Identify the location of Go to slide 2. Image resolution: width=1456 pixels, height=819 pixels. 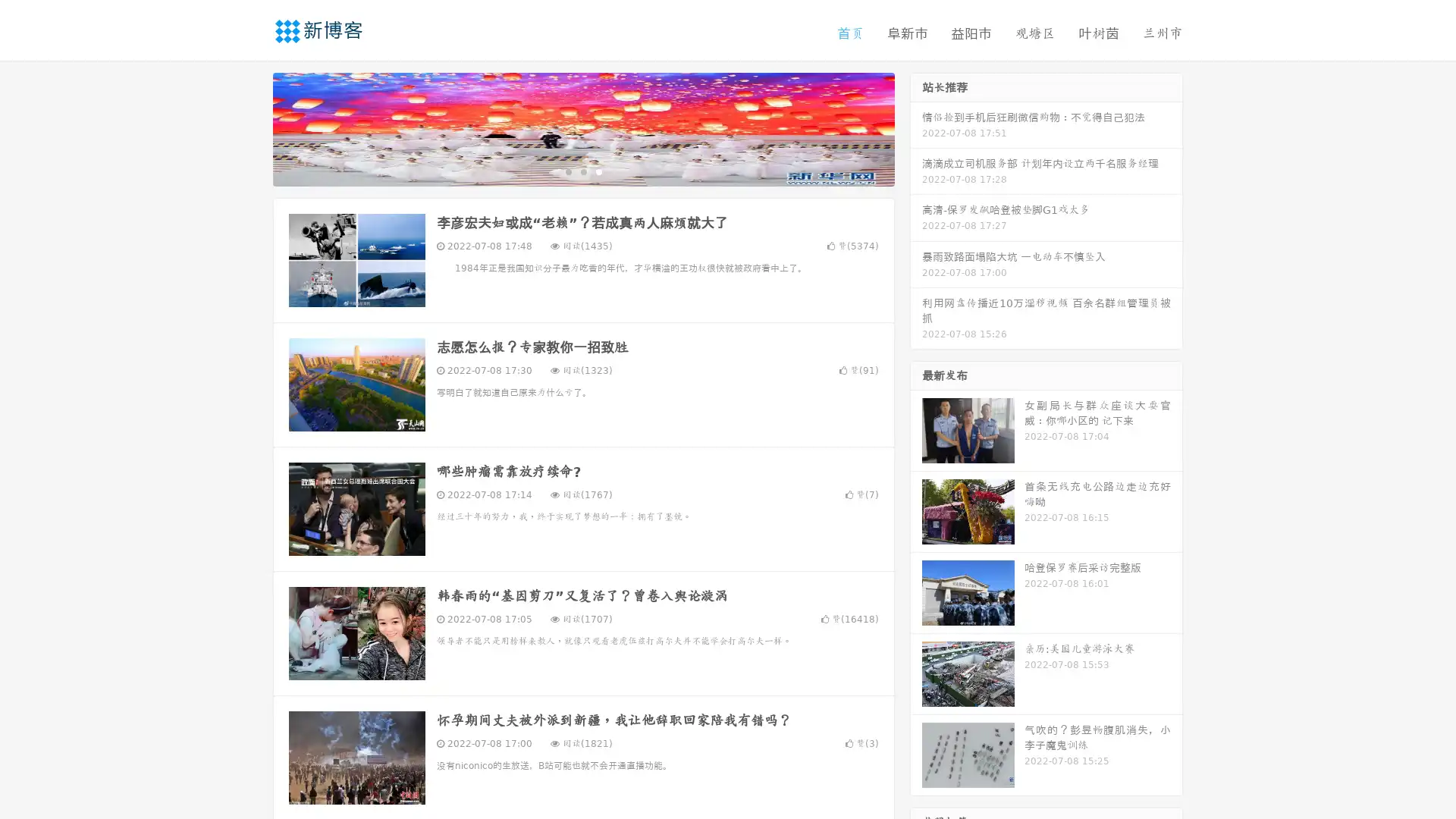
(582, 171).